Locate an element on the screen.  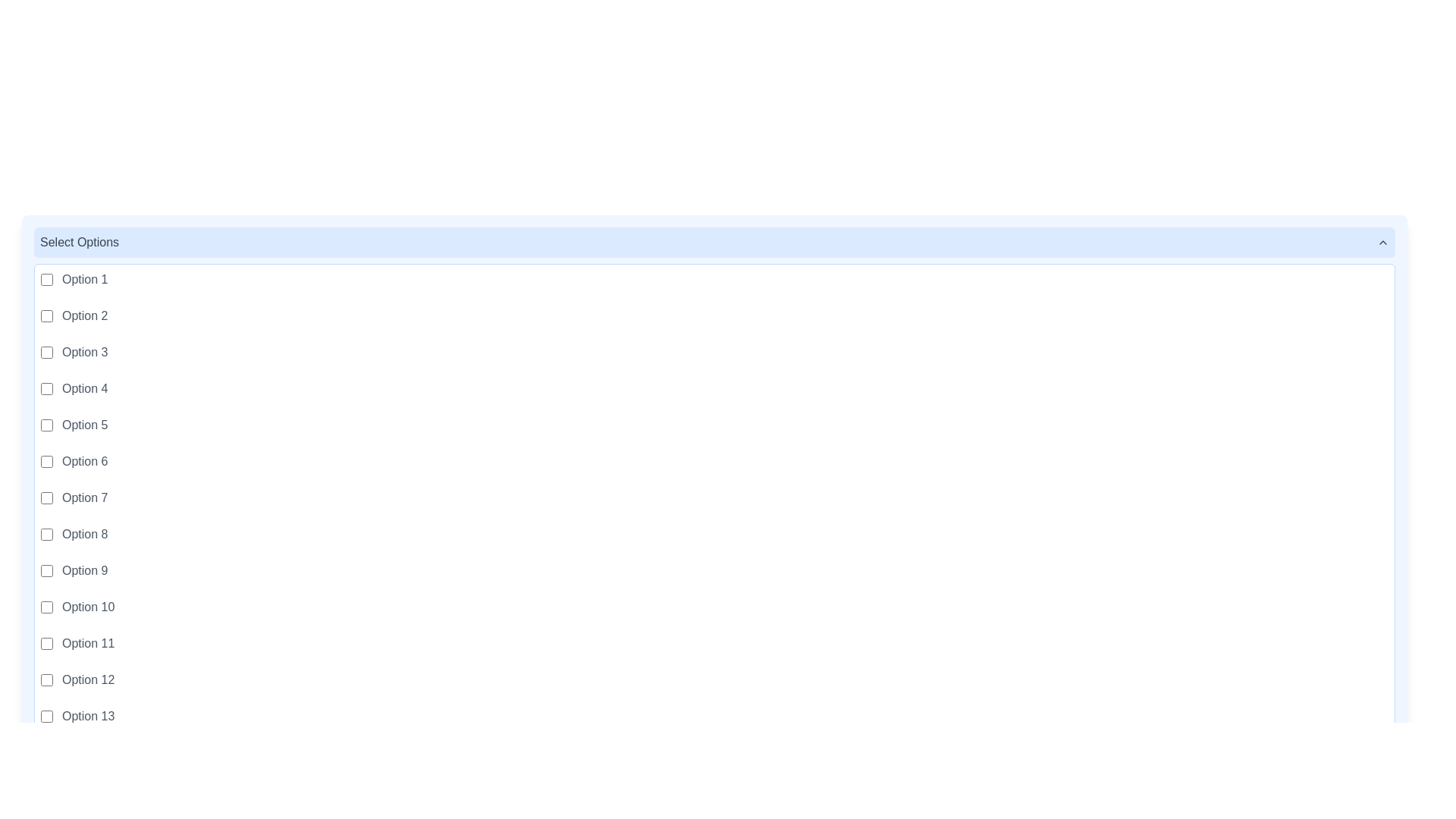
the Text Label that describes the first checkbox, labeled 'Option 1', which is positioned to the right of the leftmost checkbox in the options list is located at coordinates (84, 280).